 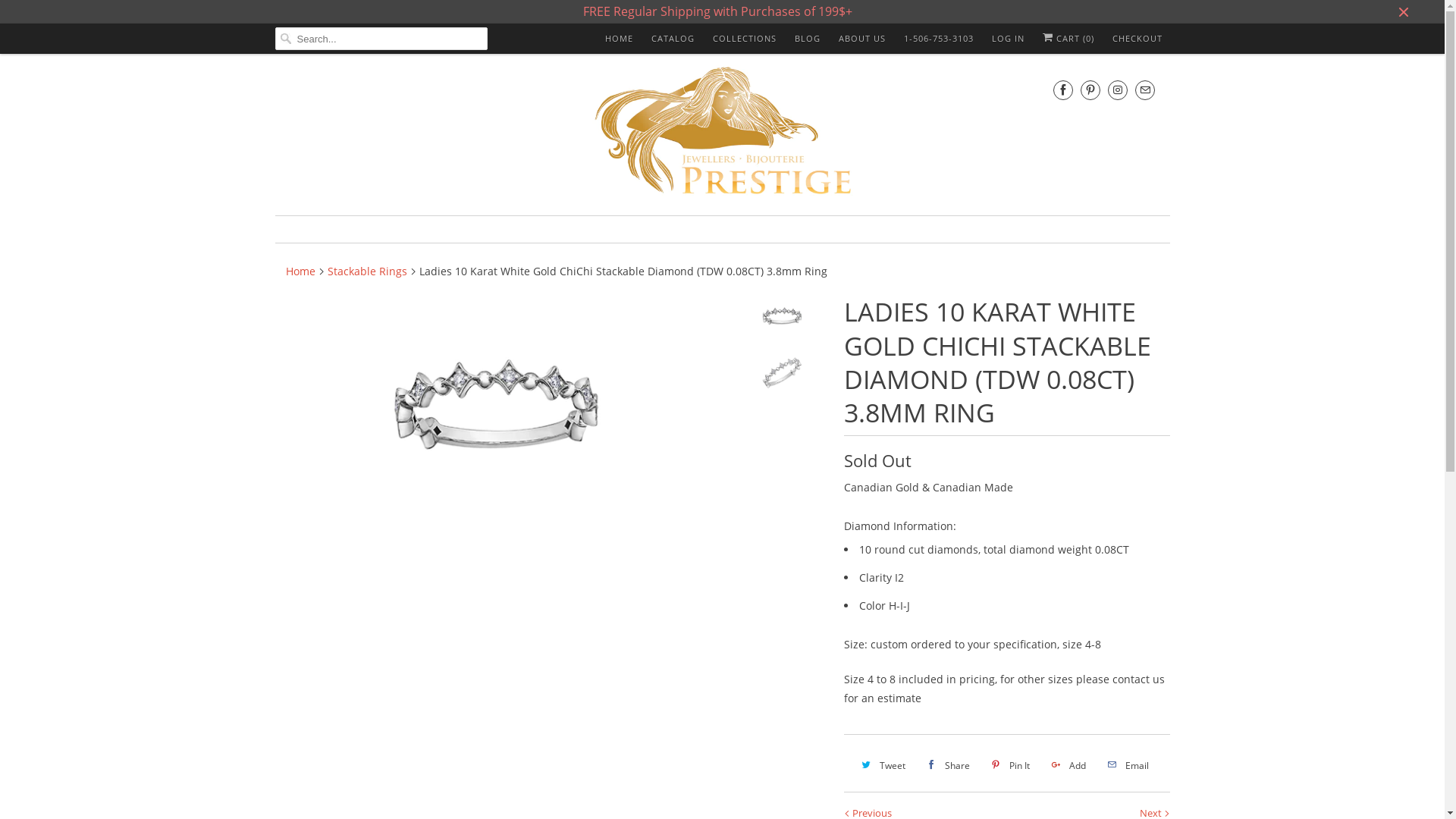 I want to click on 'CATALOG', so click(x=671, y=37).